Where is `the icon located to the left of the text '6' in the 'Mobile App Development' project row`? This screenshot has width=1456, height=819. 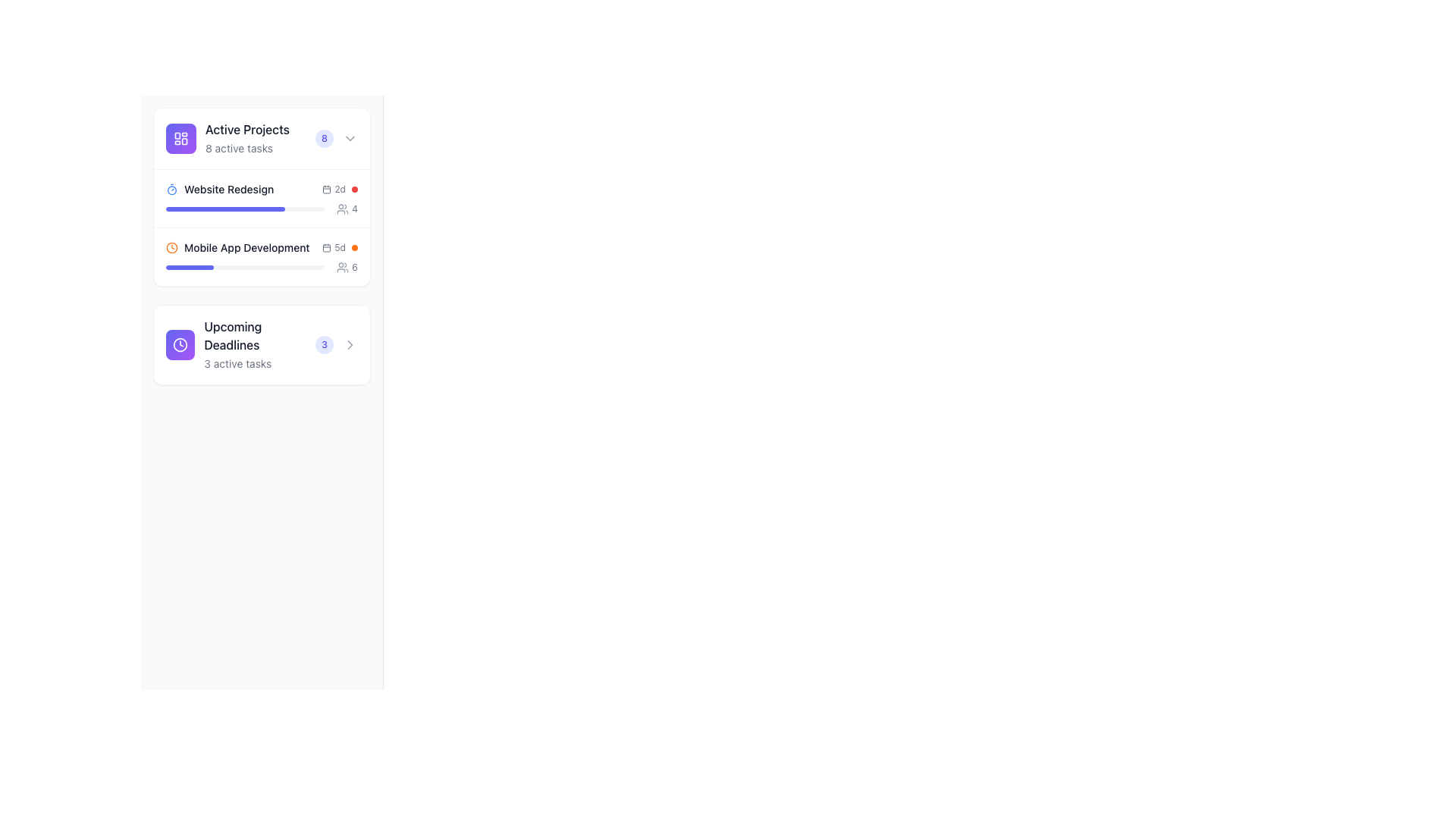
the icon located to the left of the text '6' in the 'Mobile App Development' project row is located at coordinates (342, 267).